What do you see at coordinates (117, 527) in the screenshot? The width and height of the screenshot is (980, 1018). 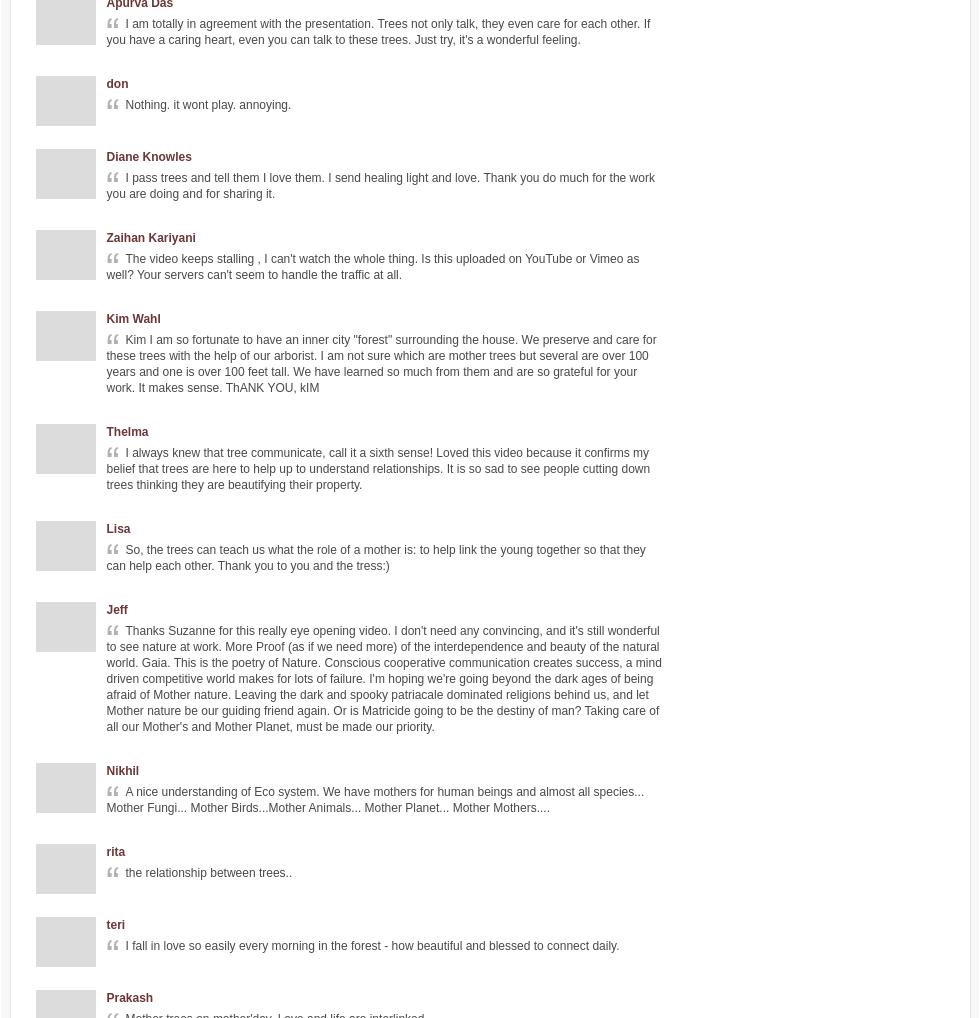 I see `'Lisa'` at bounding box center [117, 527].